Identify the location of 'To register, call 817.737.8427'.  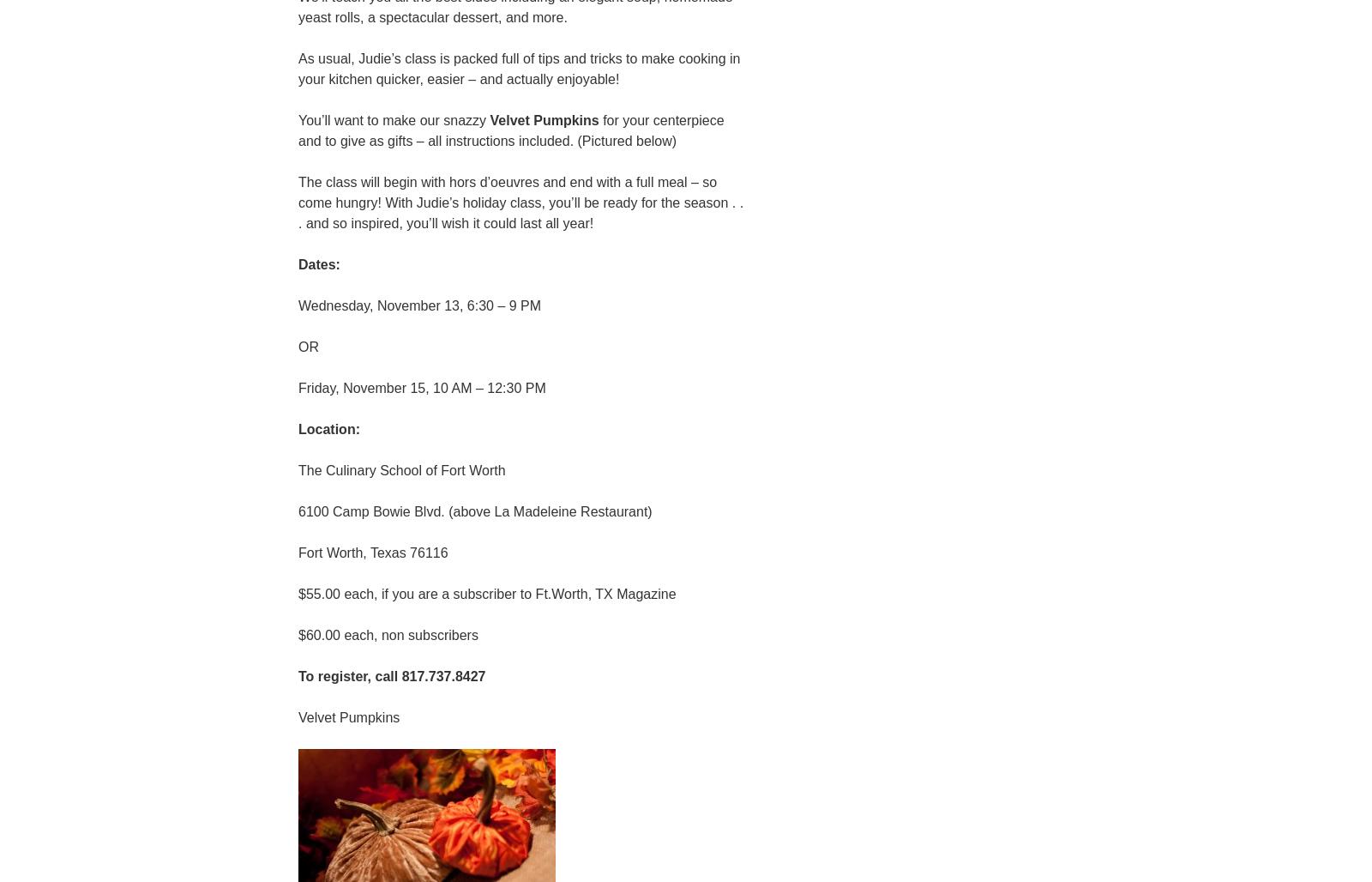
(298, 675).